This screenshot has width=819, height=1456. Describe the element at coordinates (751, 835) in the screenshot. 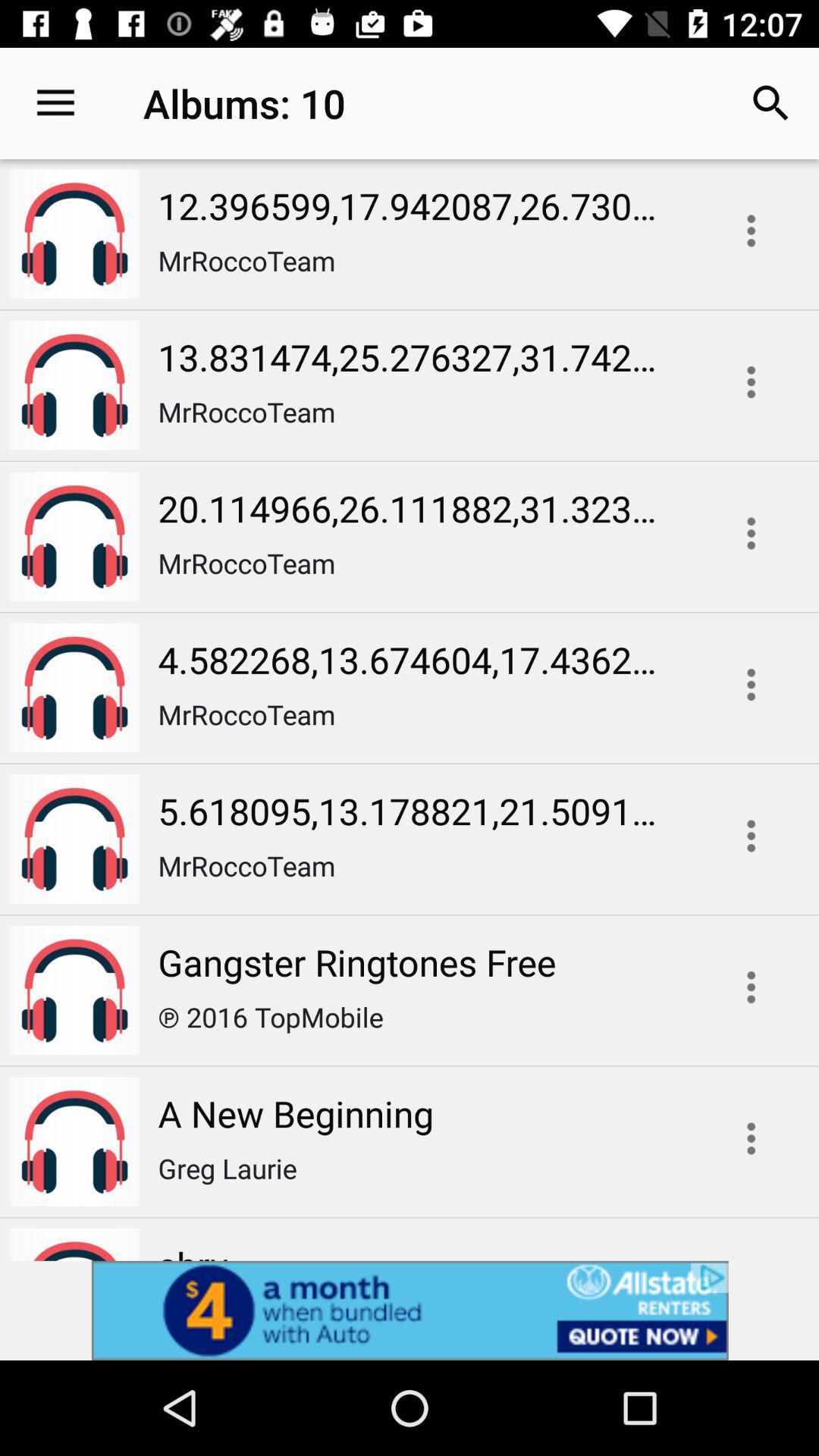

I see `open a list of actions to do to the track` at that location.